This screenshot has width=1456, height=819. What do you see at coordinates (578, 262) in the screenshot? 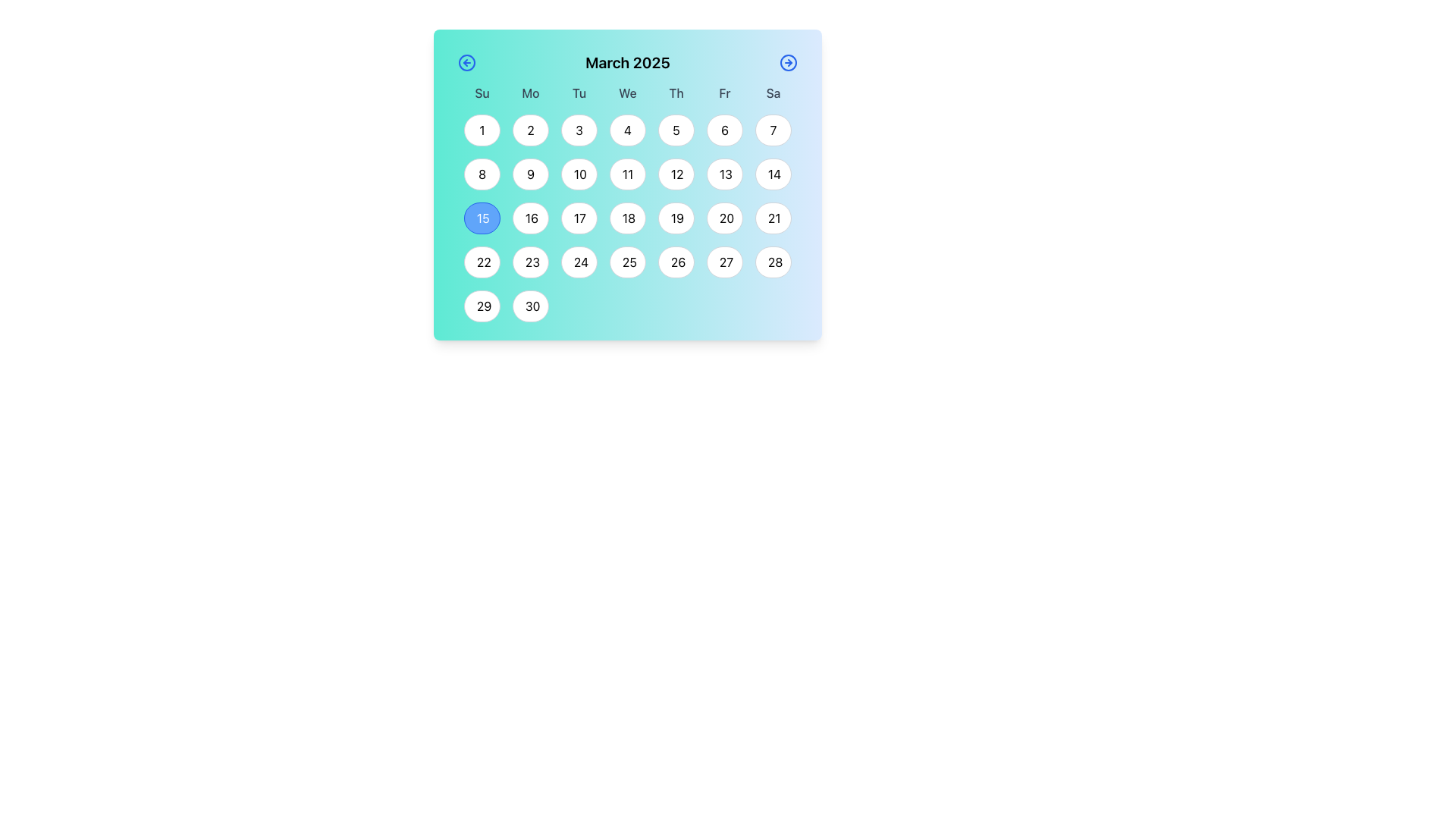
I see `the button representing the date '24' on the calendar` at bounding box center [578, 262].